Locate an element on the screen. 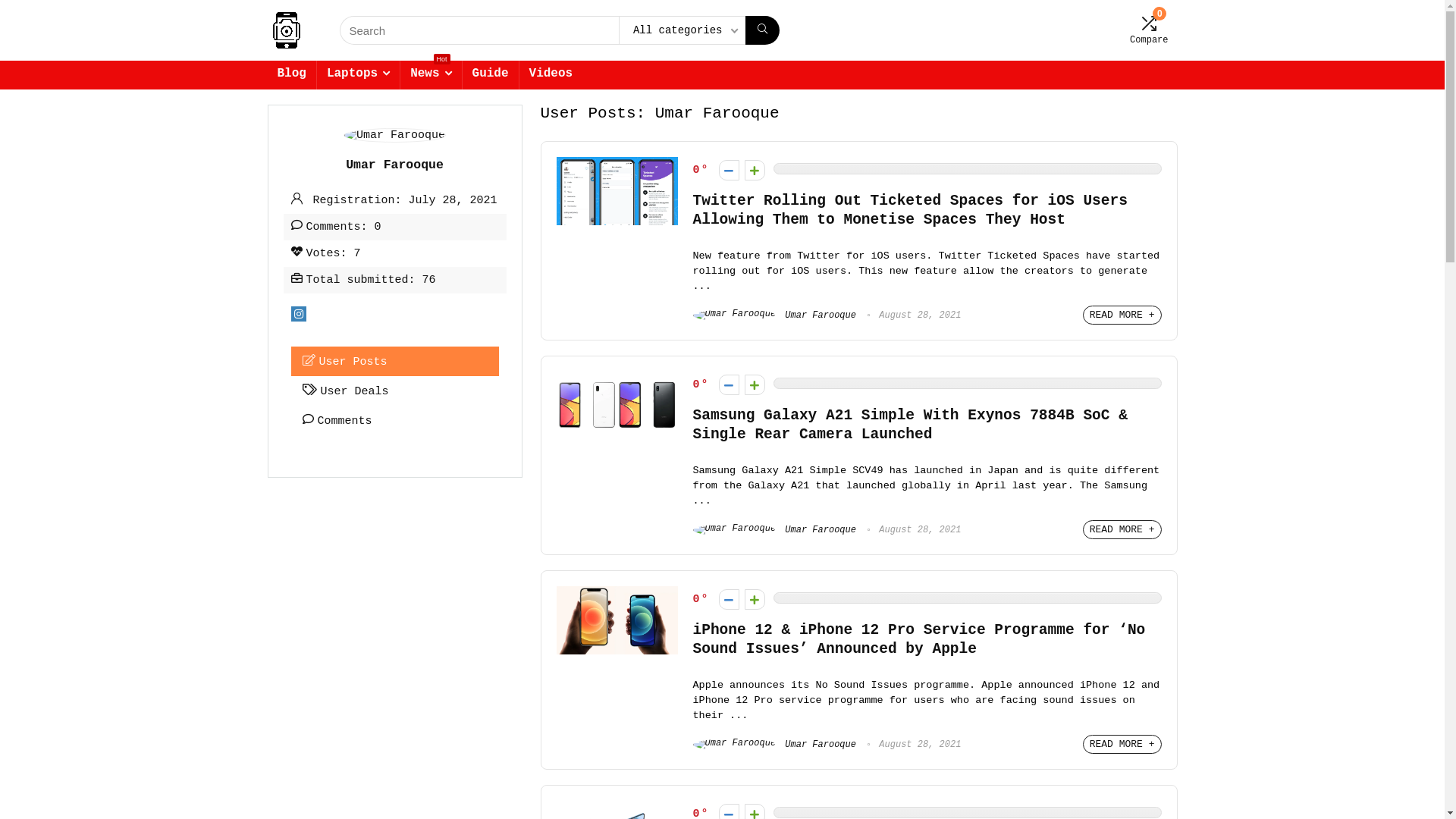 Image resolution: width=1456 pixels, height=819 pixels. 'User Posts' is located at coordinates (395, 361).